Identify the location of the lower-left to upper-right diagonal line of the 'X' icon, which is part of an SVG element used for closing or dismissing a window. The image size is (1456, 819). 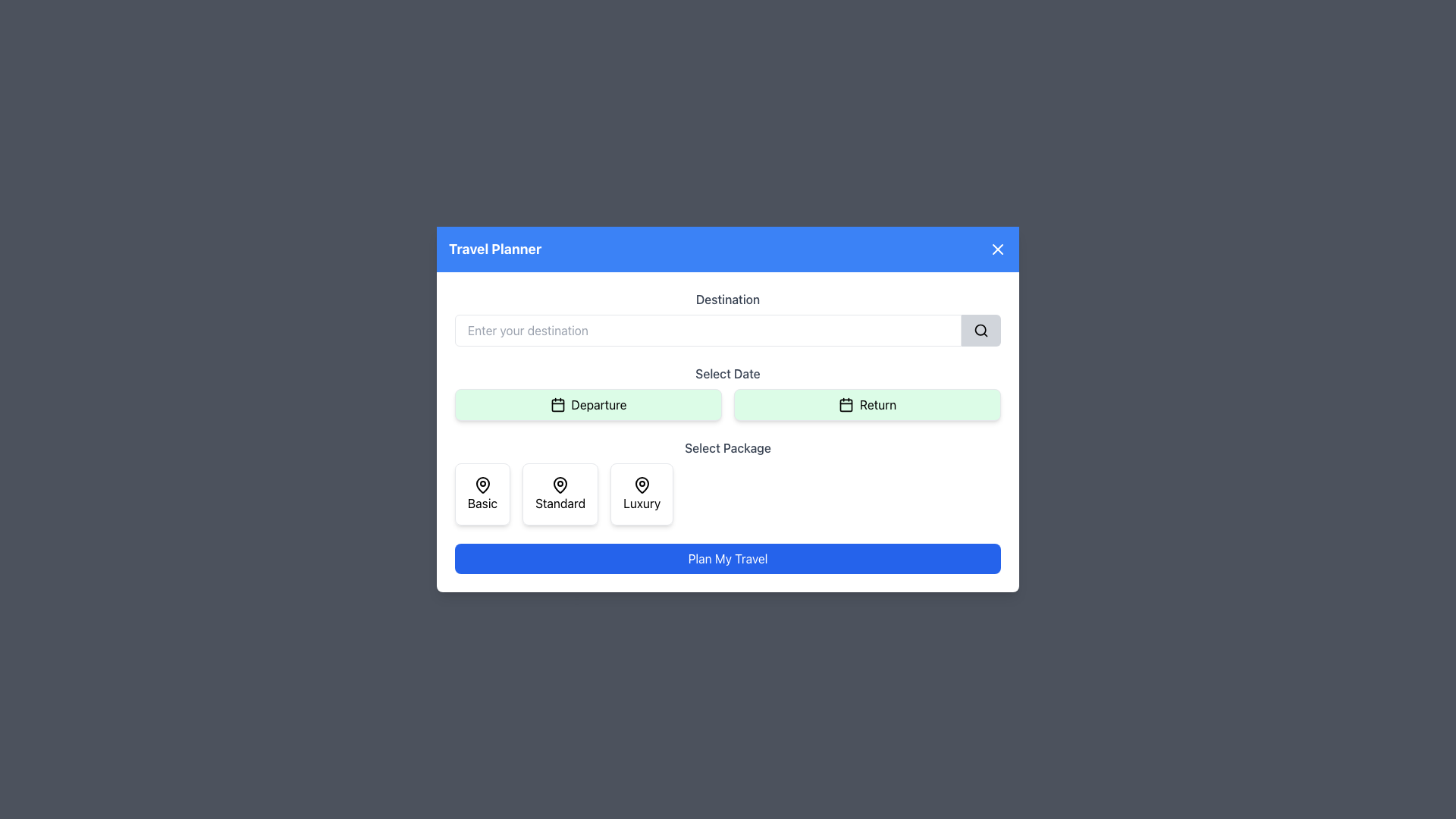
(997, 248).